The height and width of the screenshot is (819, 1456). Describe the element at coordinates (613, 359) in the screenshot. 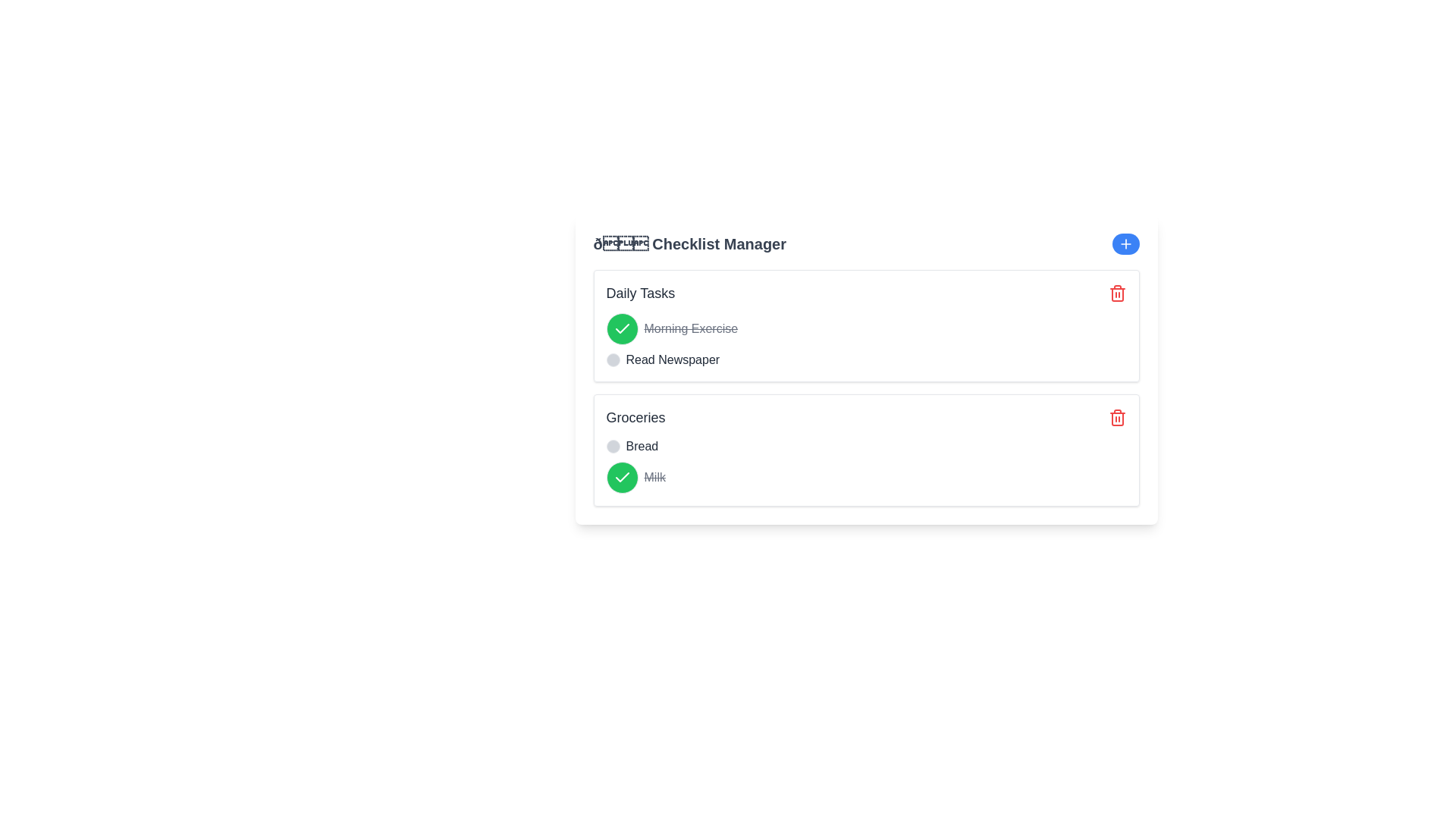

I see `the circular button on the left of the 'Read Newspaper' label` at that location.